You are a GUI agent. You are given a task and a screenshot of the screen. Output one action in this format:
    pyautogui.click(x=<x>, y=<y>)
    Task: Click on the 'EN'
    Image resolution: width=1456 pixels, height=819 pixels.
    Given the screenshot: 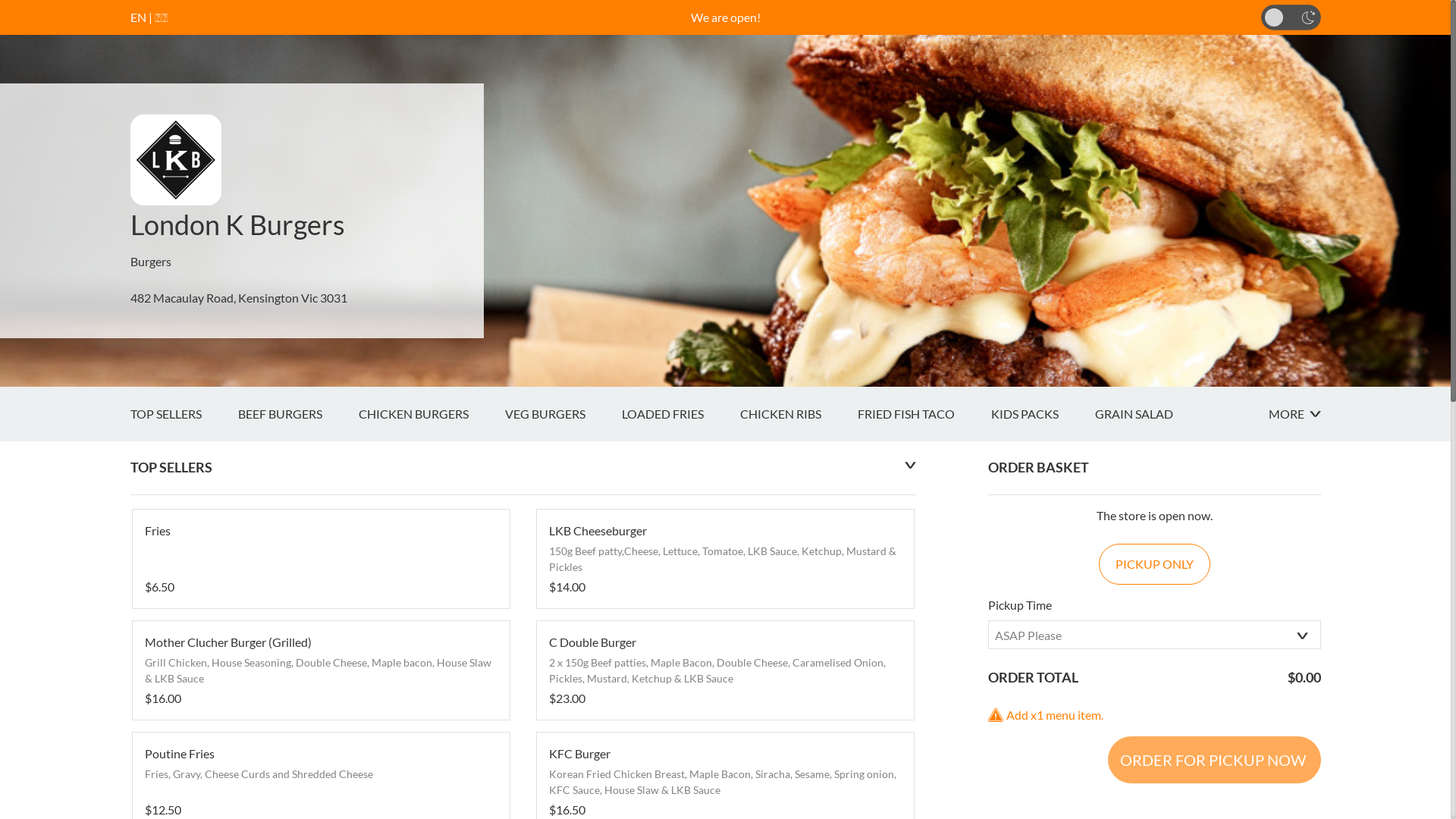 What is the action you would take?
    pyautogui.click(x=138, y=17)
    